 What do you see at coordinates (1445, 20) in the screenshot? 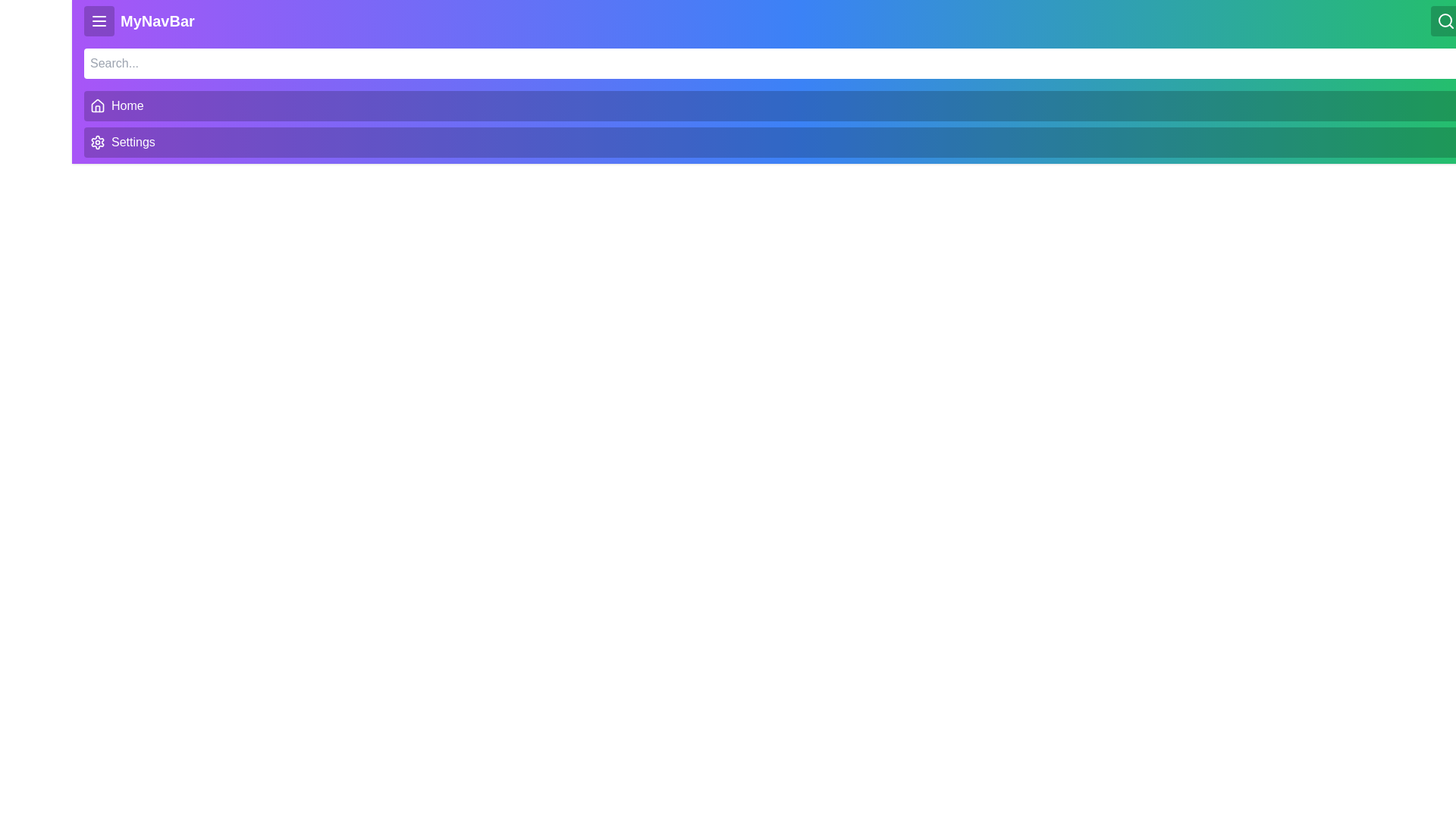
I see `the magnifying glass icon button in the top-right corner of the interface` at bounding box center [1445, 20].